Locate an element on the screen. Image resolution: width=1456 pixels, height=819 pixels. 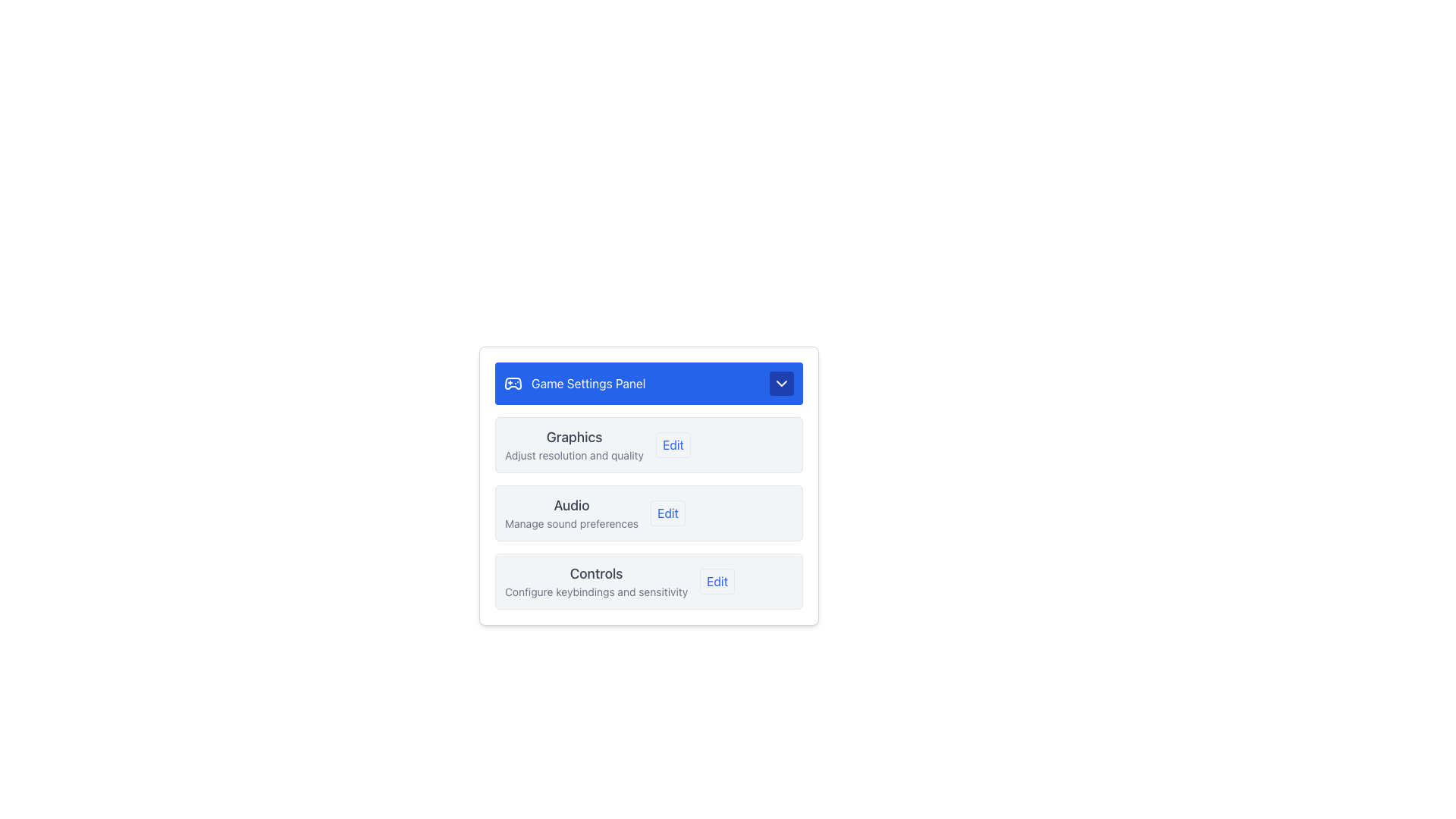
the text label displaying 'Adjust resolution and quality' located below the 'Graphics' header in the settings panel is located at coordinates (573, 455).